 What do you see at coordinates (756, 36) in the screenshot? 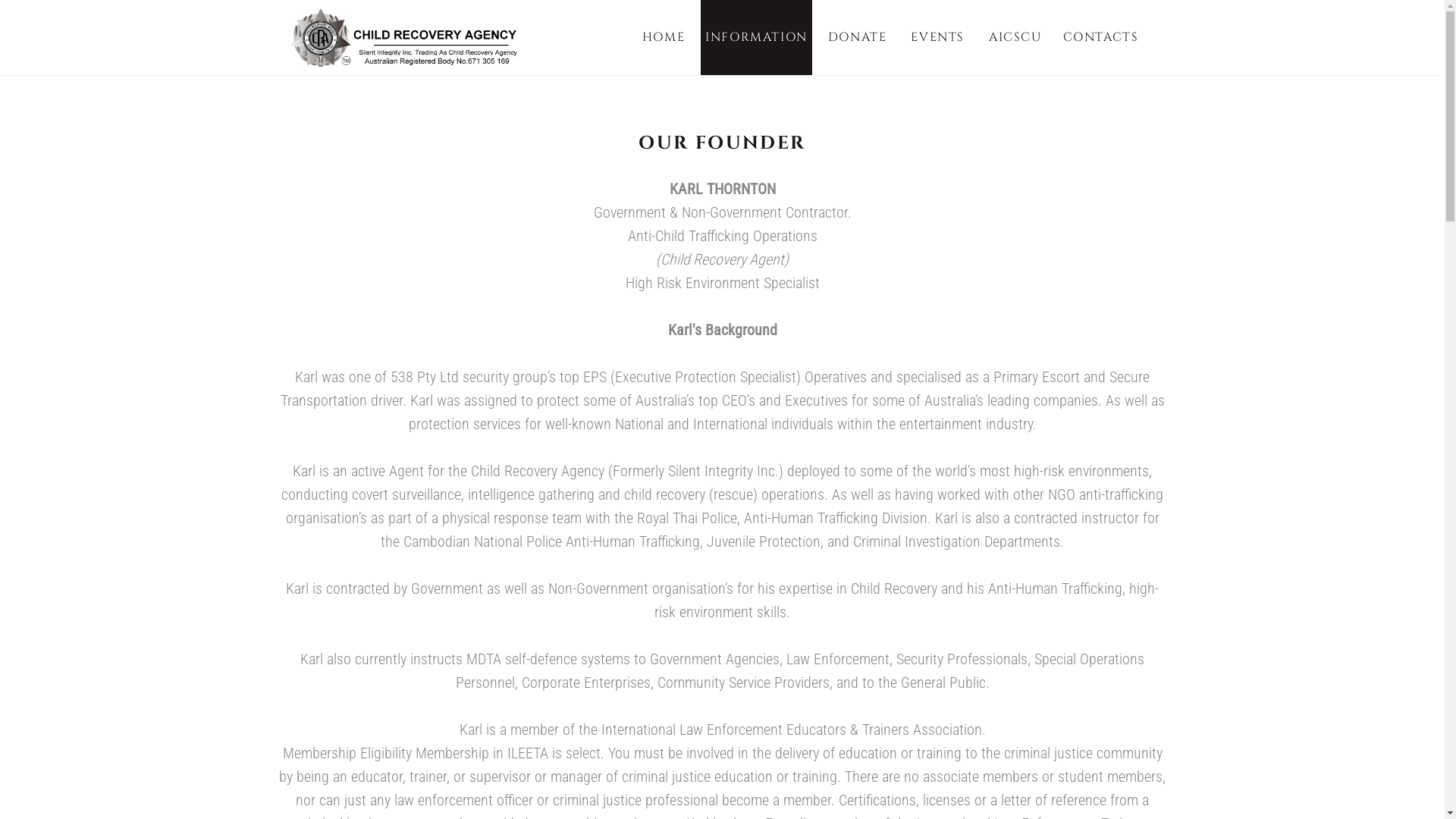
I see `'INFORMATION'` at bounding box center [756, 36].